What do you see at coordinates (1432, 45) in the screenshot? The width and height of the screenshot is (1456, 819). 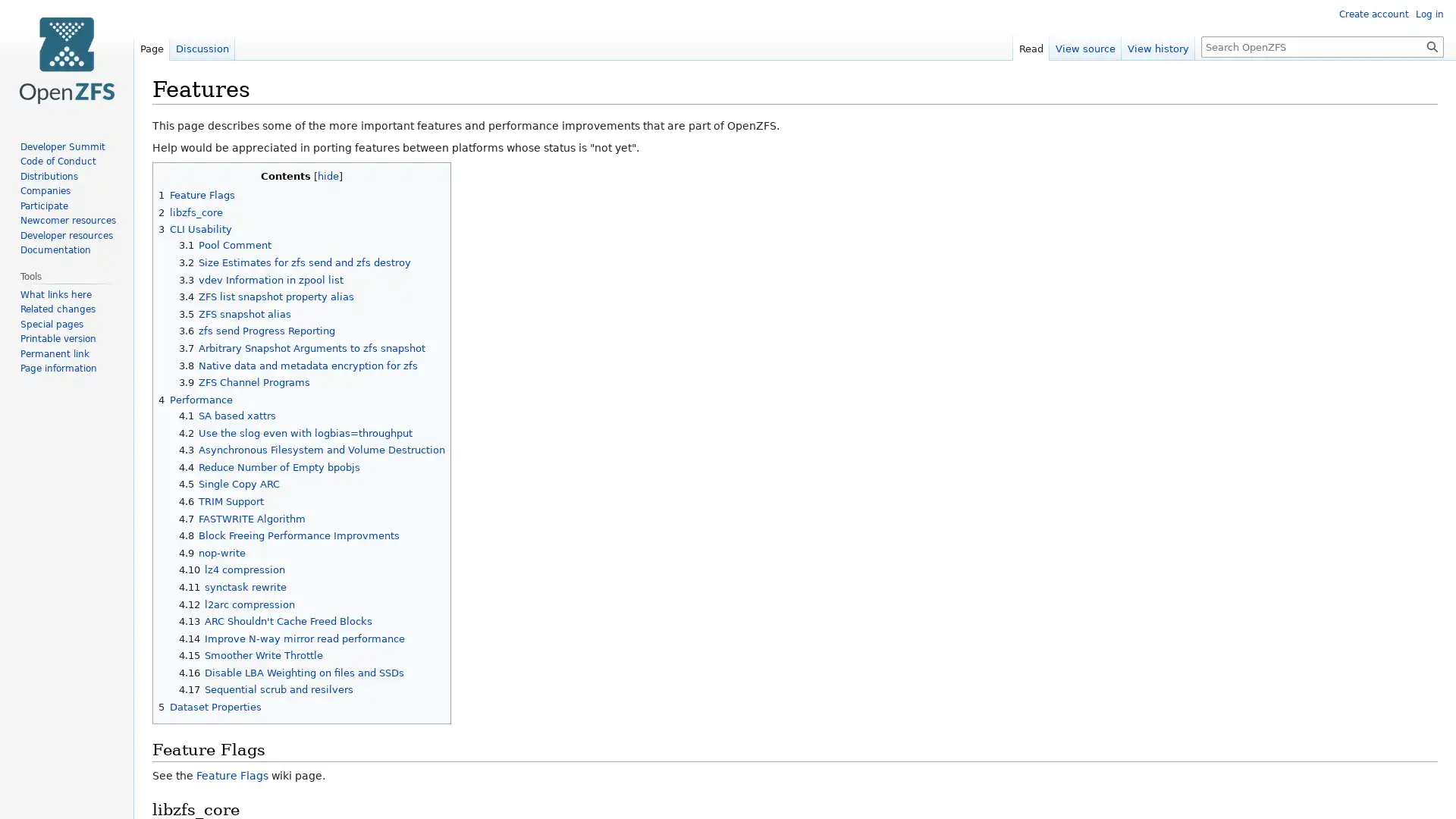 I see `Search` at bounding box center [1432, 45].